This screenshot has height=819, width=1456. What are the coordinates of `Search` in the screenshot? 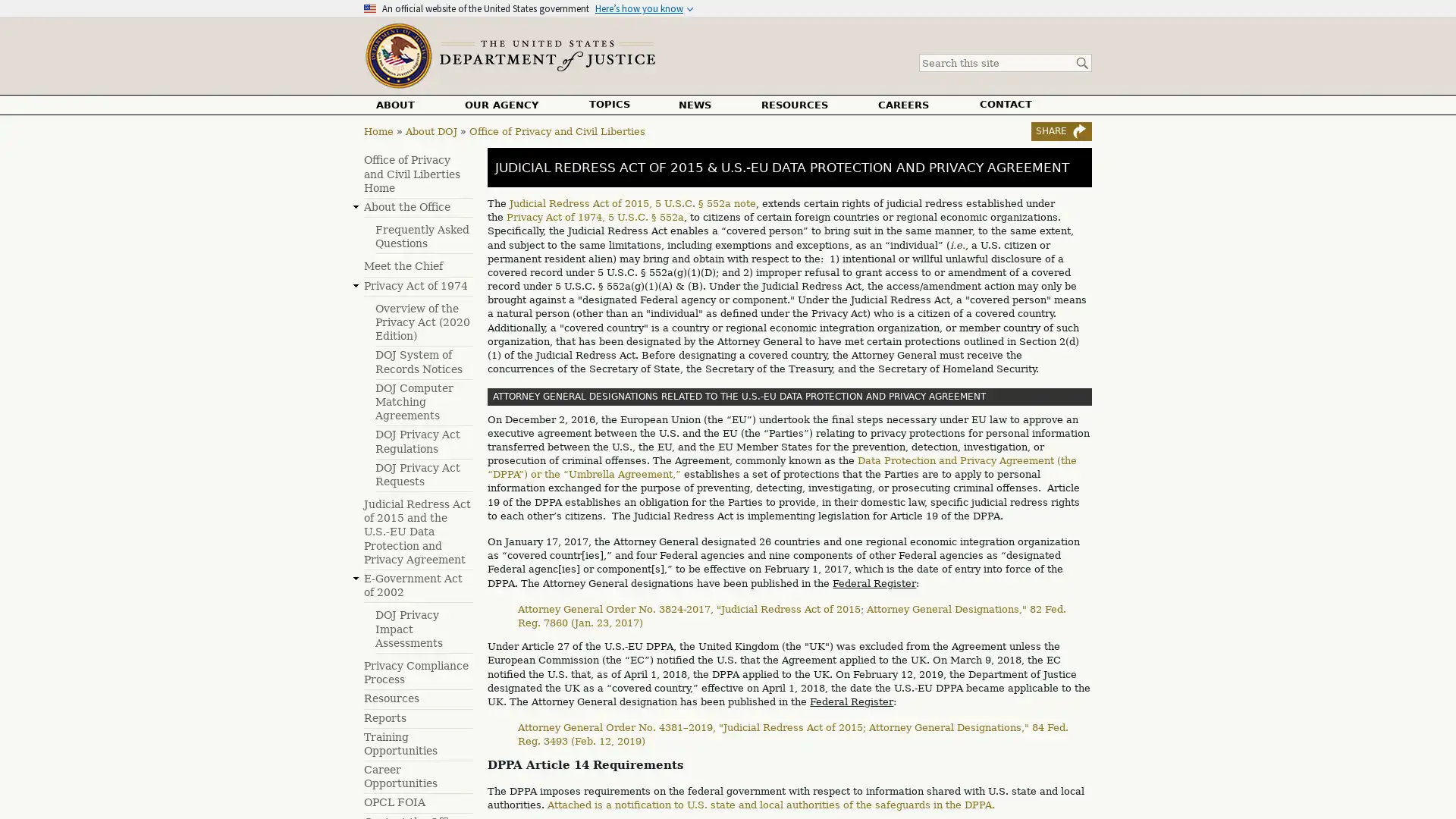 It's located at (1081, 63).